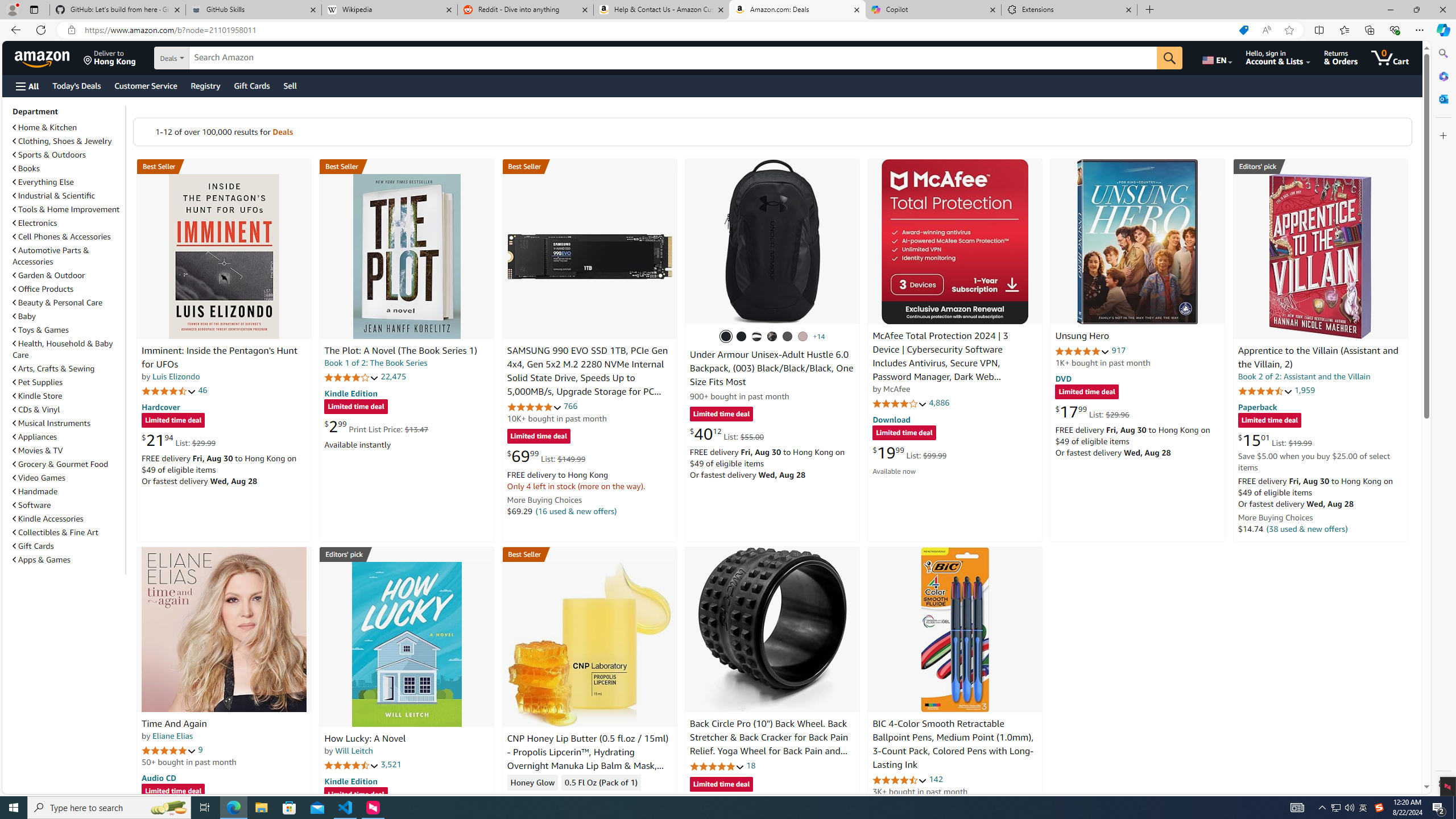 This screenshot has width=1456, height=819. Describe the element at coordinates (146, 85) in the screenshot. I see `'Customer Service'` at that location.